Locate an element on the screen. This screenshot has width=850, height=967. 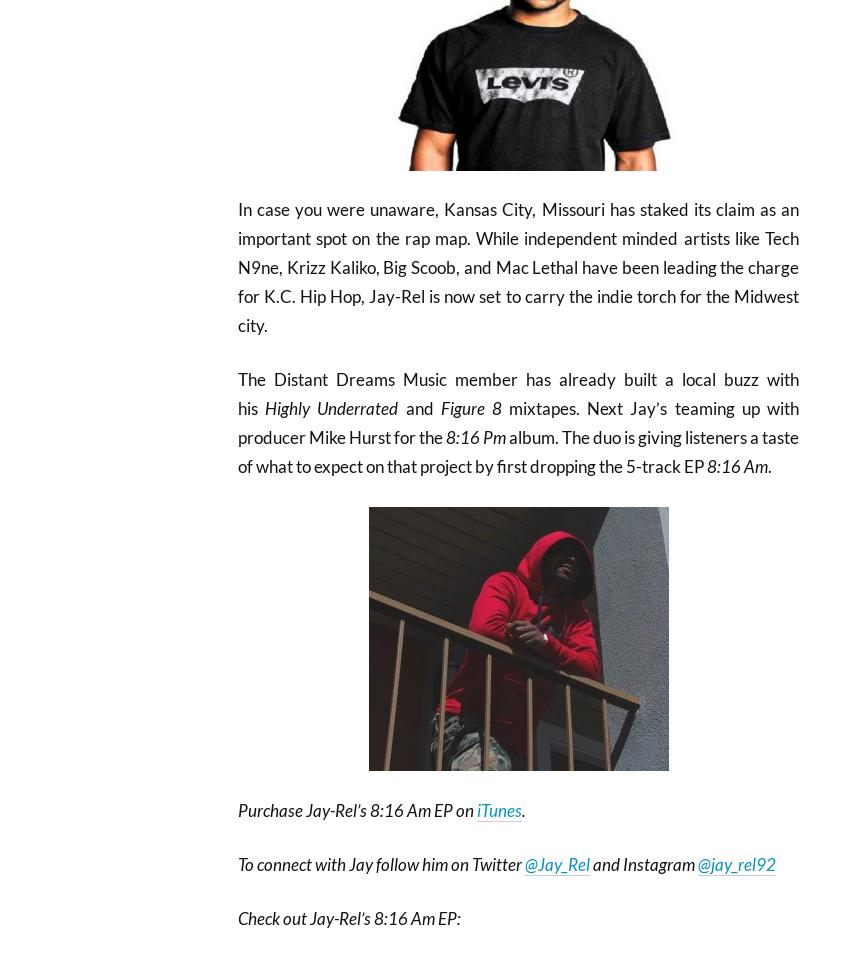
'and' is located at coordinates (418, 408).